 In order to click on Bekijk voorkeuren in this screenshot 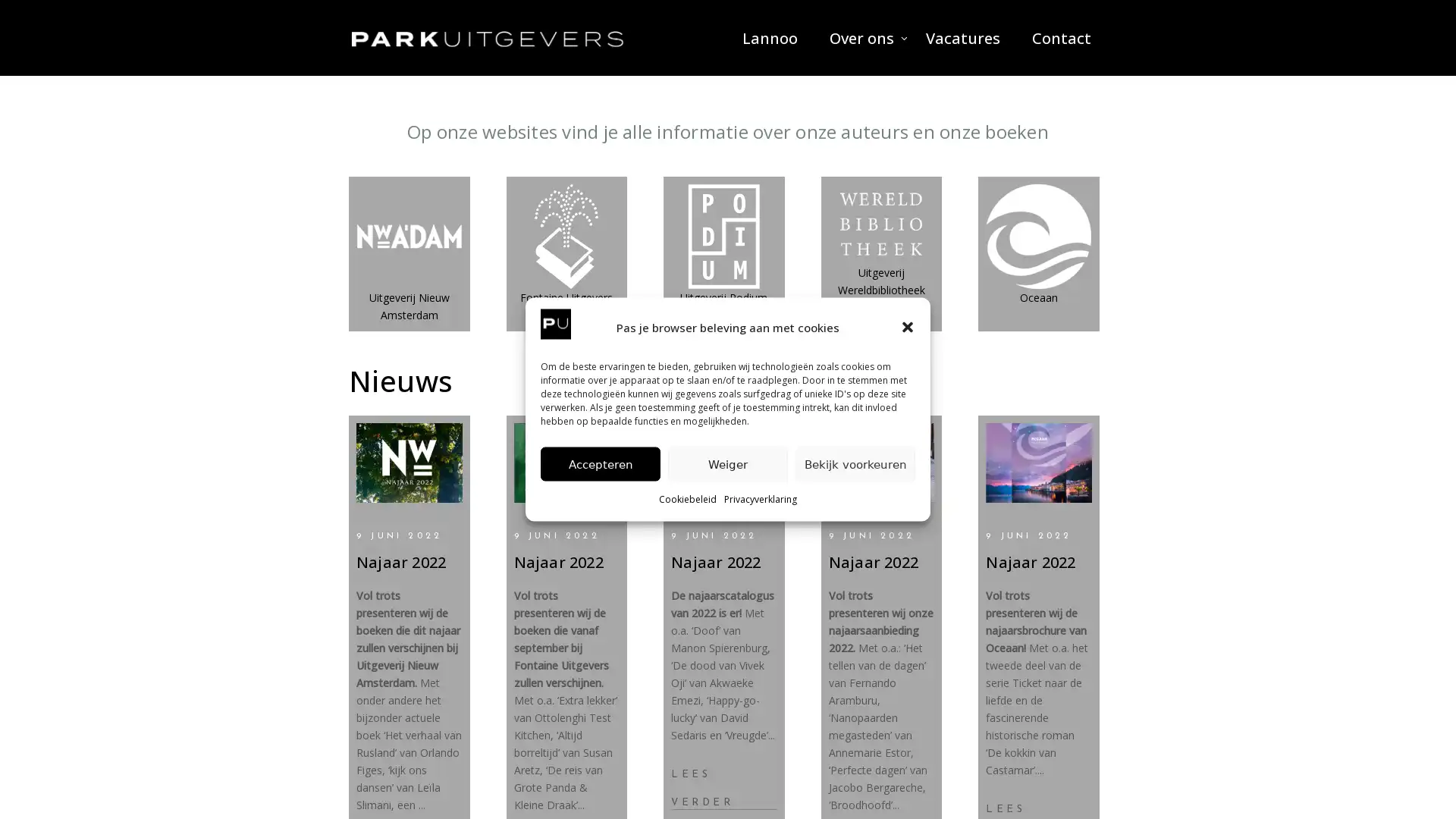, I will do `click(855, 463)`.